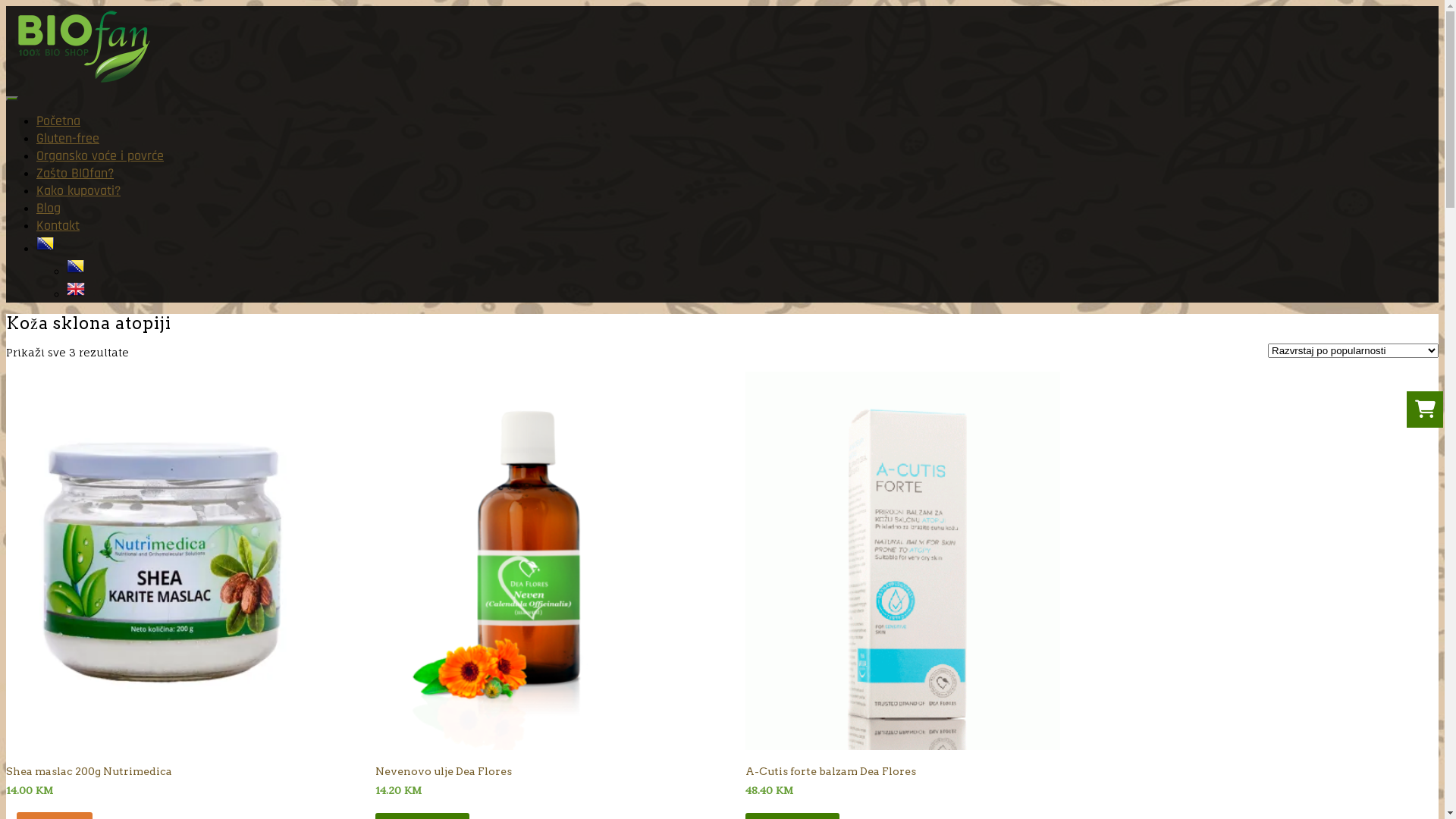 The image size is (1456, 819). Describe the element at coordinates (36, 208) in the screenshot. I see `'Blog'` at that location.